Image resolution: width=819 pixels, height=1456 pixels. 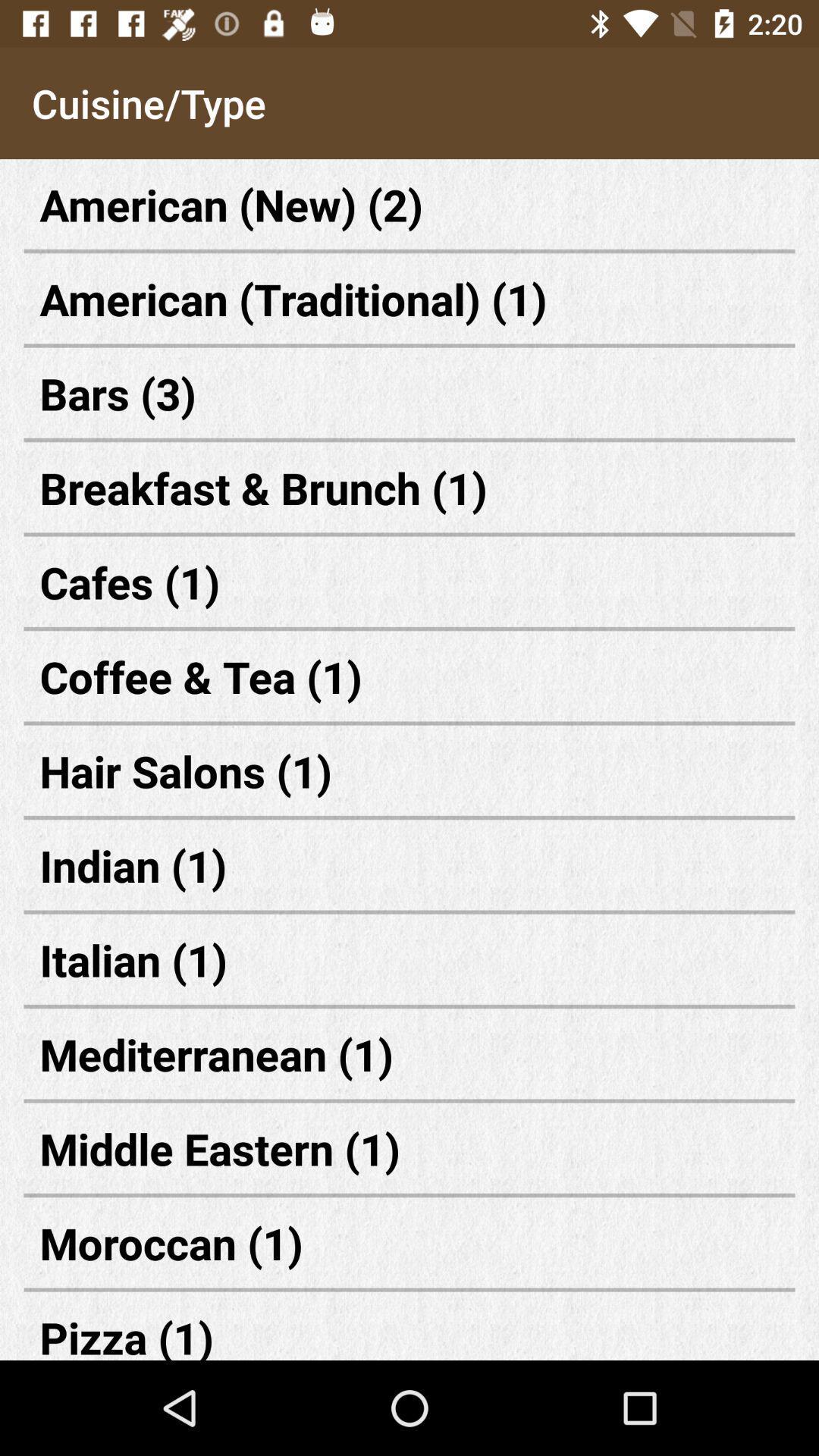 What do you see at coordinates (409, 865) in the screenshot?
I see `icon below the hair salons (1) icon` at bounding box center [409, 865].